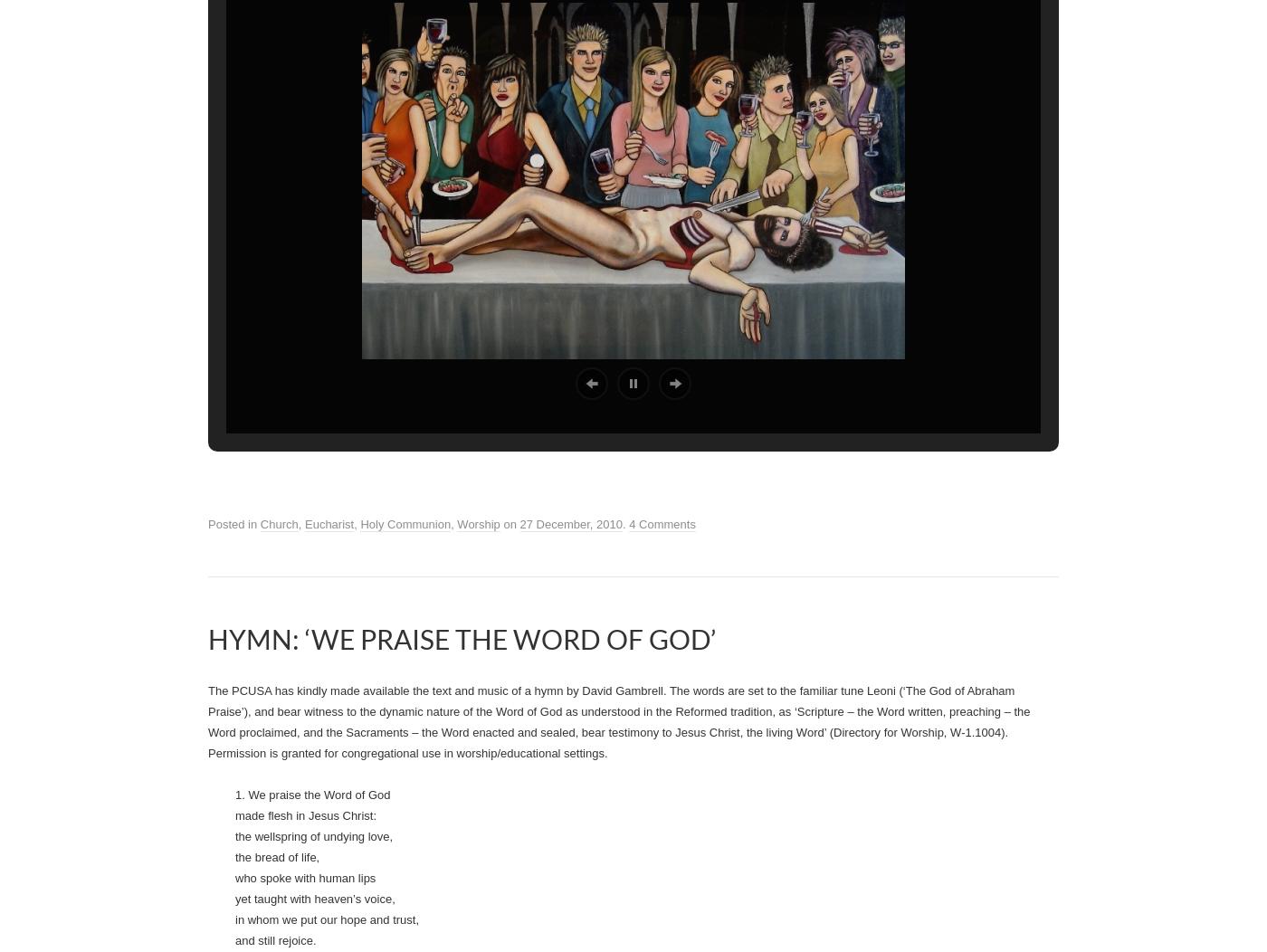 The image size is (1267, 952). I want to click on 'might be ‘the one who is to come’ (Matt 11.3//Luke 7.19–20).', so click(751, 343).